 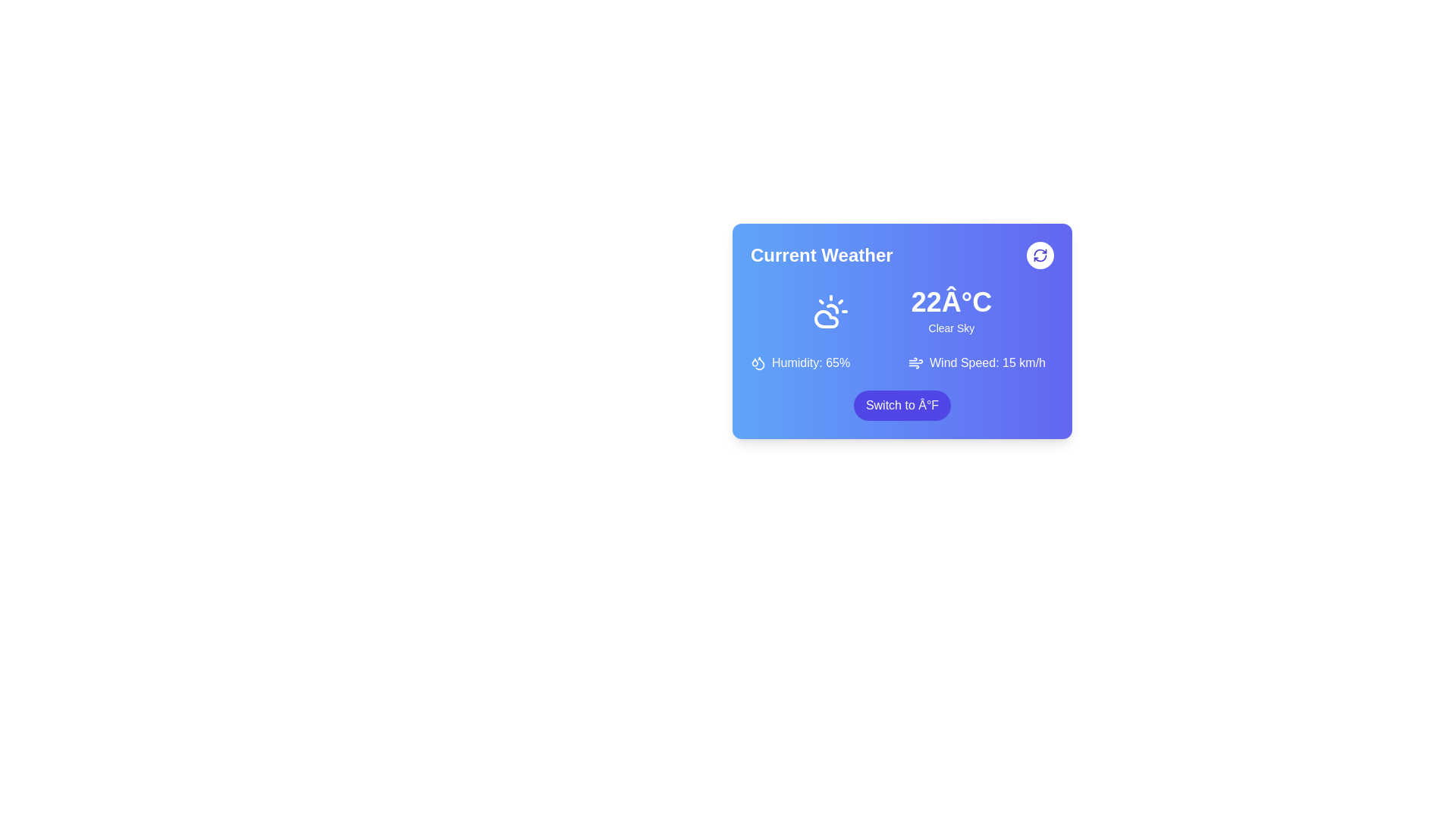 I want to click on the circular button with a refresh icon located at the top-right corner of the weather information widget, so click(x=1040, y=254).